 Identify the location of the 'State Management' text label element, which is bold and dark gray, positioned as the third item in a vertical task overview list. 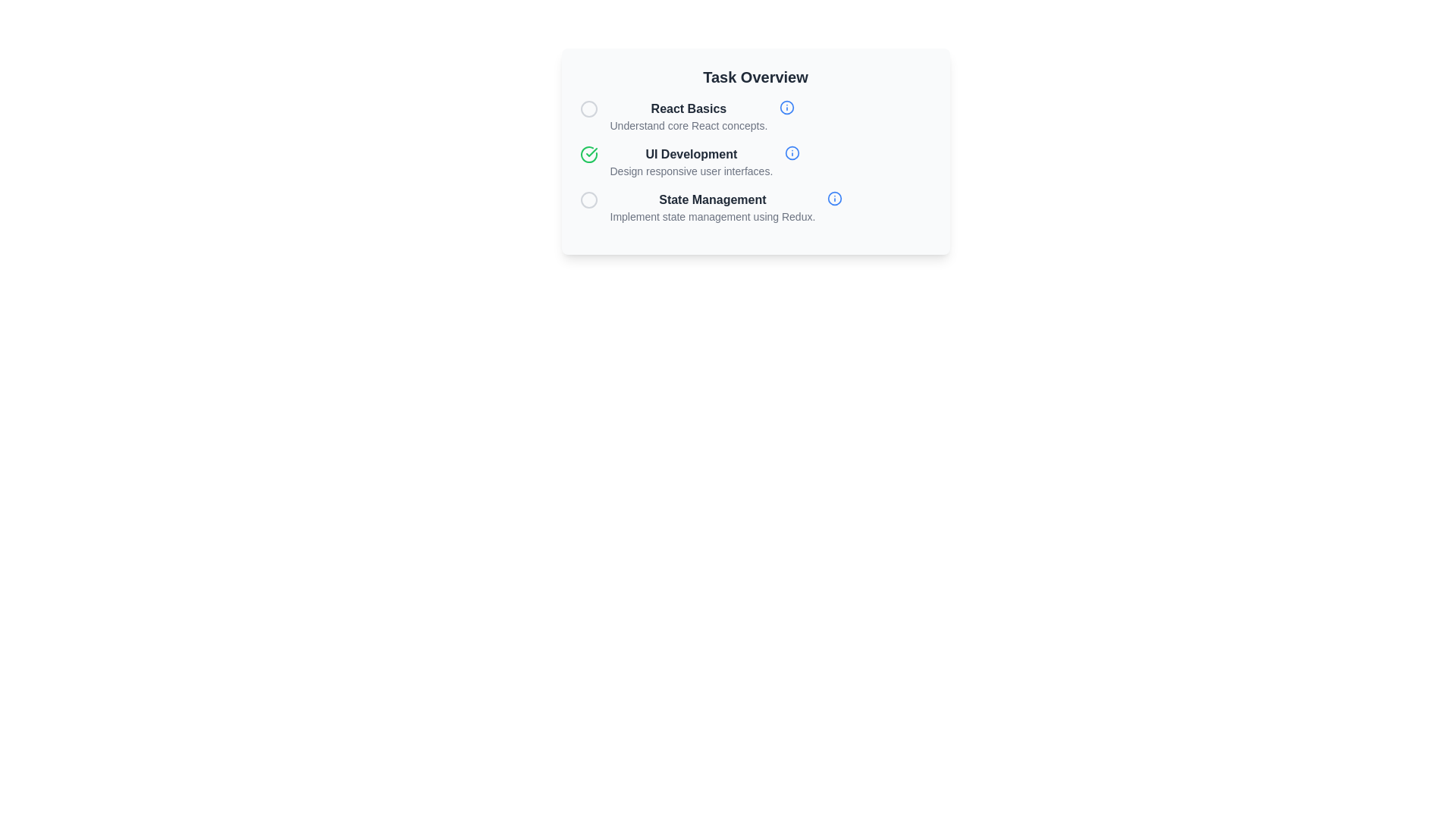
(711, 199).